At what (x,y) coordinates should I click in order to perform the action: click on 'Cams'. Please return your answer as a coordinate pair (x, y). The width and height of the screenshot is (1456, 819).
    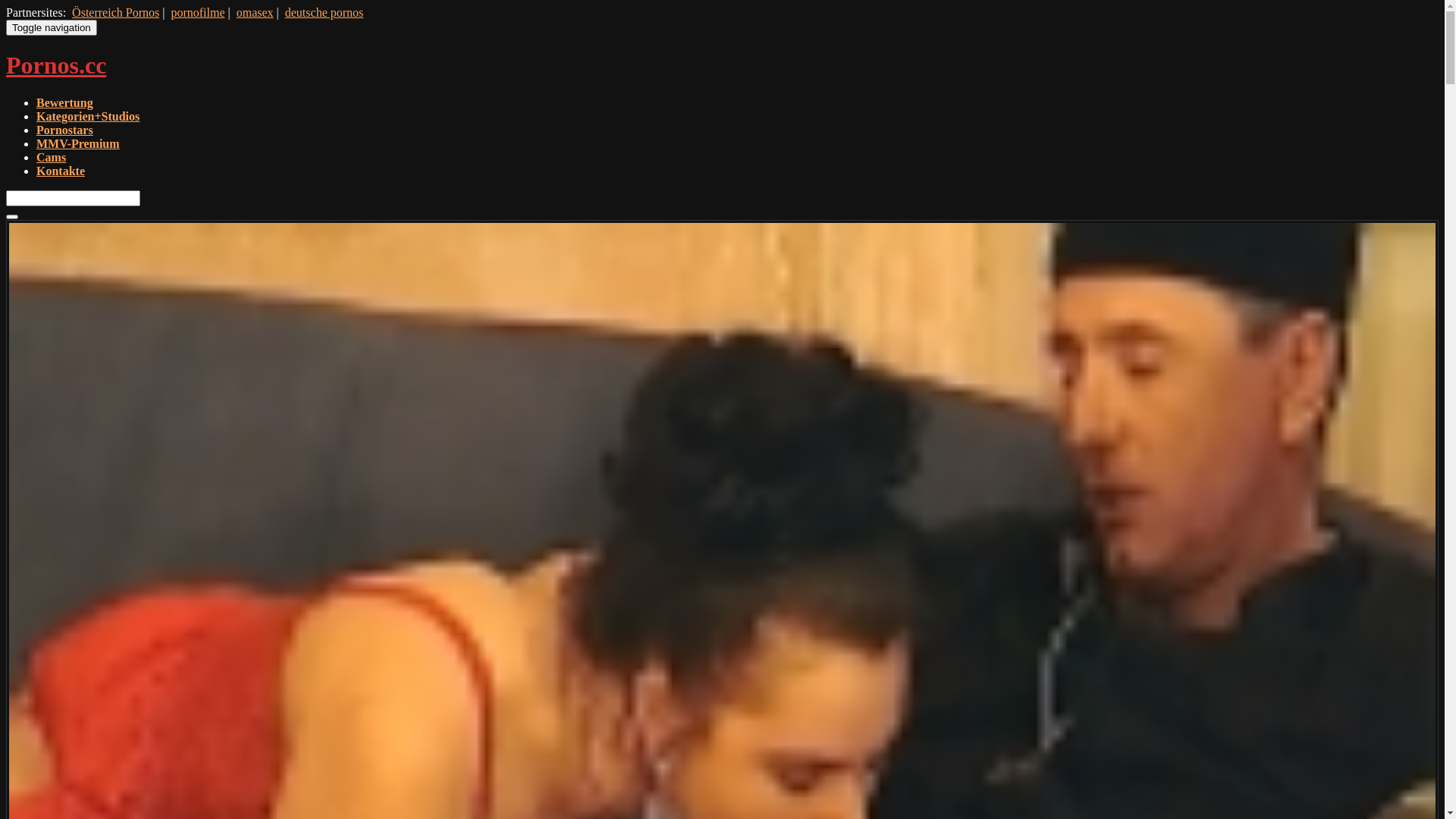
    Looking at the image, I should click on (51, 157).